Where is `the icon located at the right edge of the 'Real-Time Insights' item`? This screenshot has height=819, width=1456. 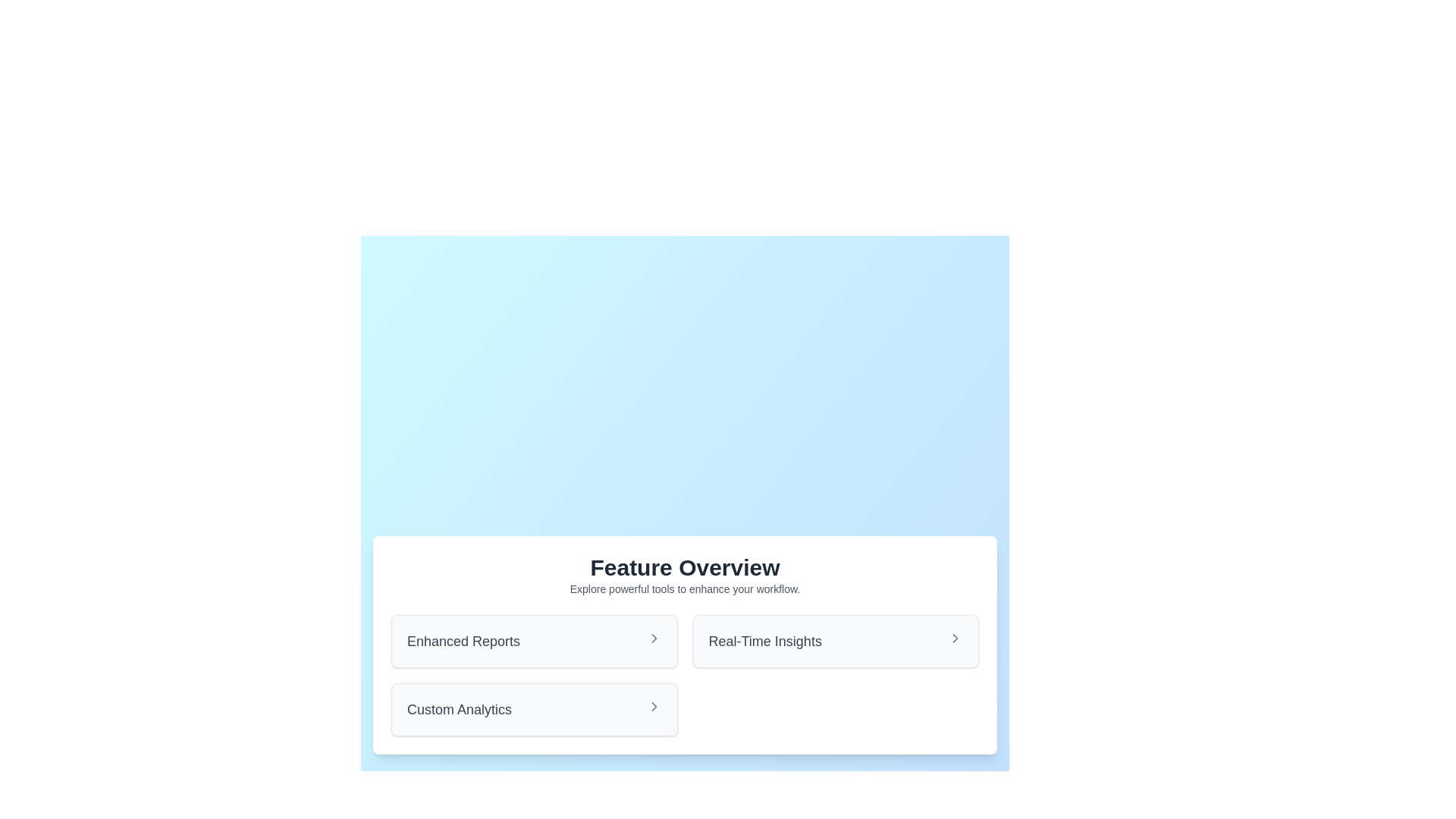
the icon located at the right edge of the 'Real-Time Insights' item is located at coordinates (954, 638).